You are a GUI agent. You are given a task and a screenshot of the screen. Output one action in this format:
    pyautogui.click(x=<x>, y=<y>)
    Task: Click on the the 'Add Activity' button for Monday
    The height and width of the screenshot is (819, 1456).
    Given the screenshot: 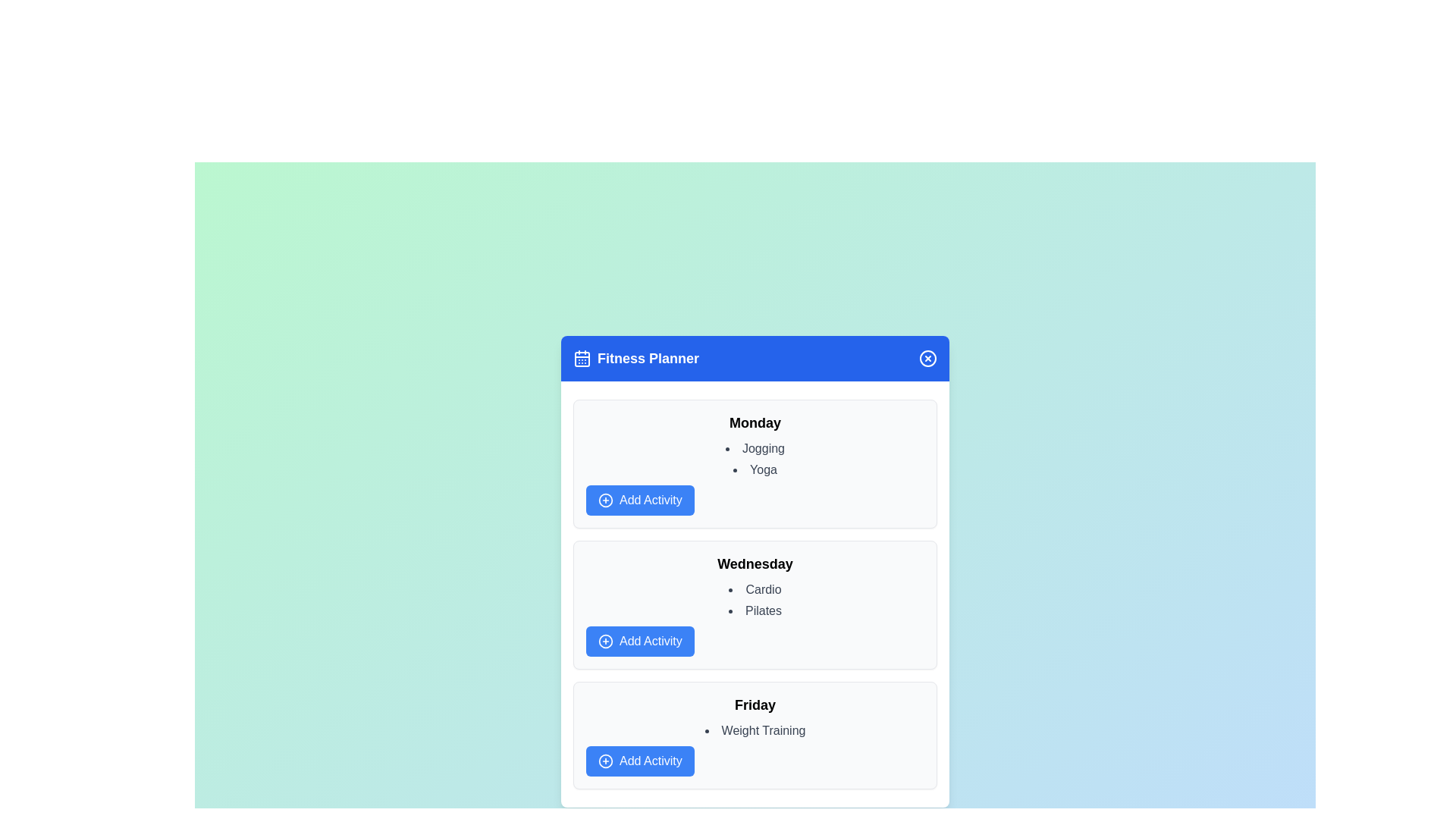 What is the action you would take?
    pyautogui.click(x=640, y=500)
    